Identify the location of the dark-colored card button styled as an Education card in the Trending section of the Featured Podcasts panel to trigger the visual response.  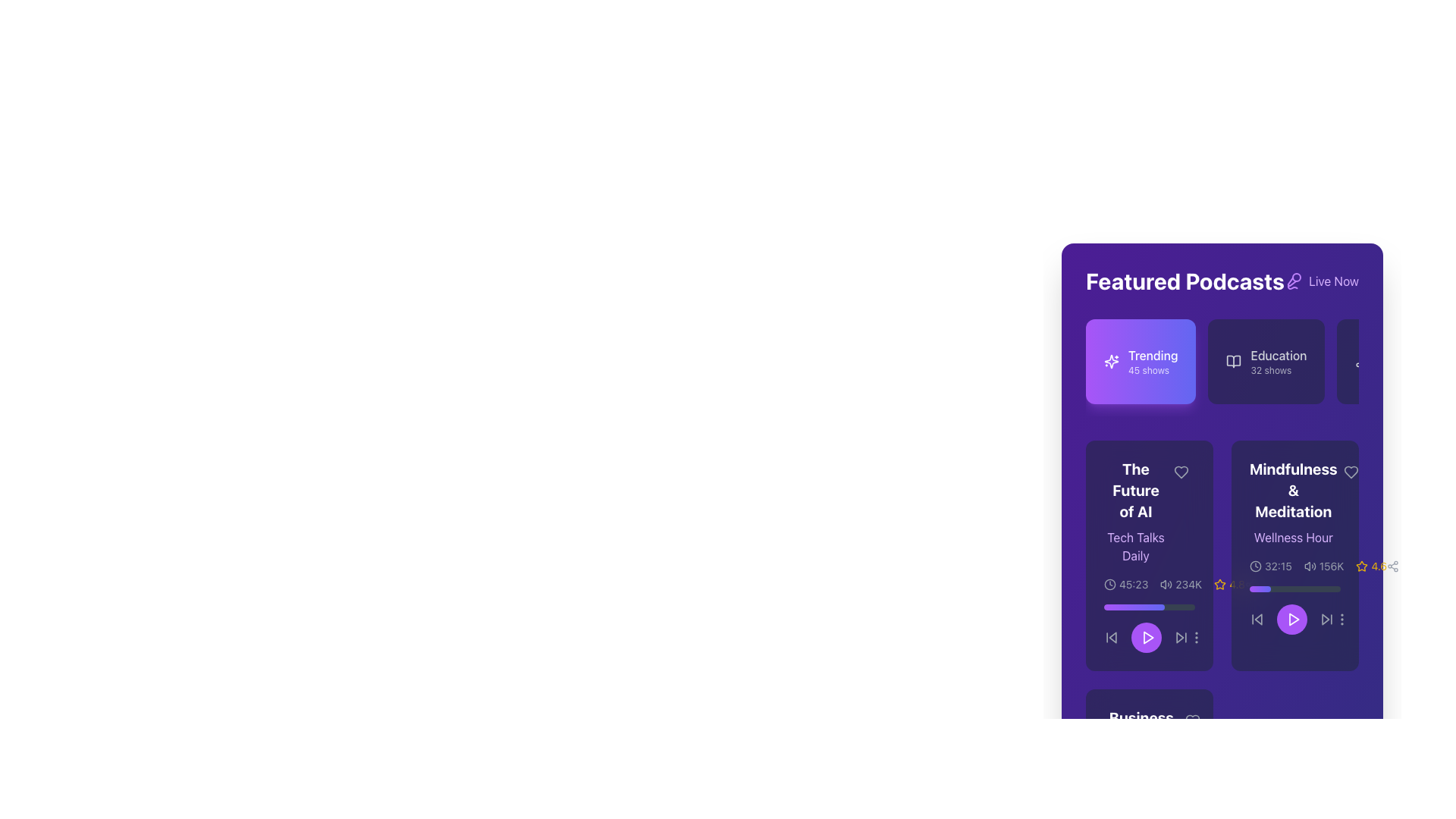
(1222, 368).